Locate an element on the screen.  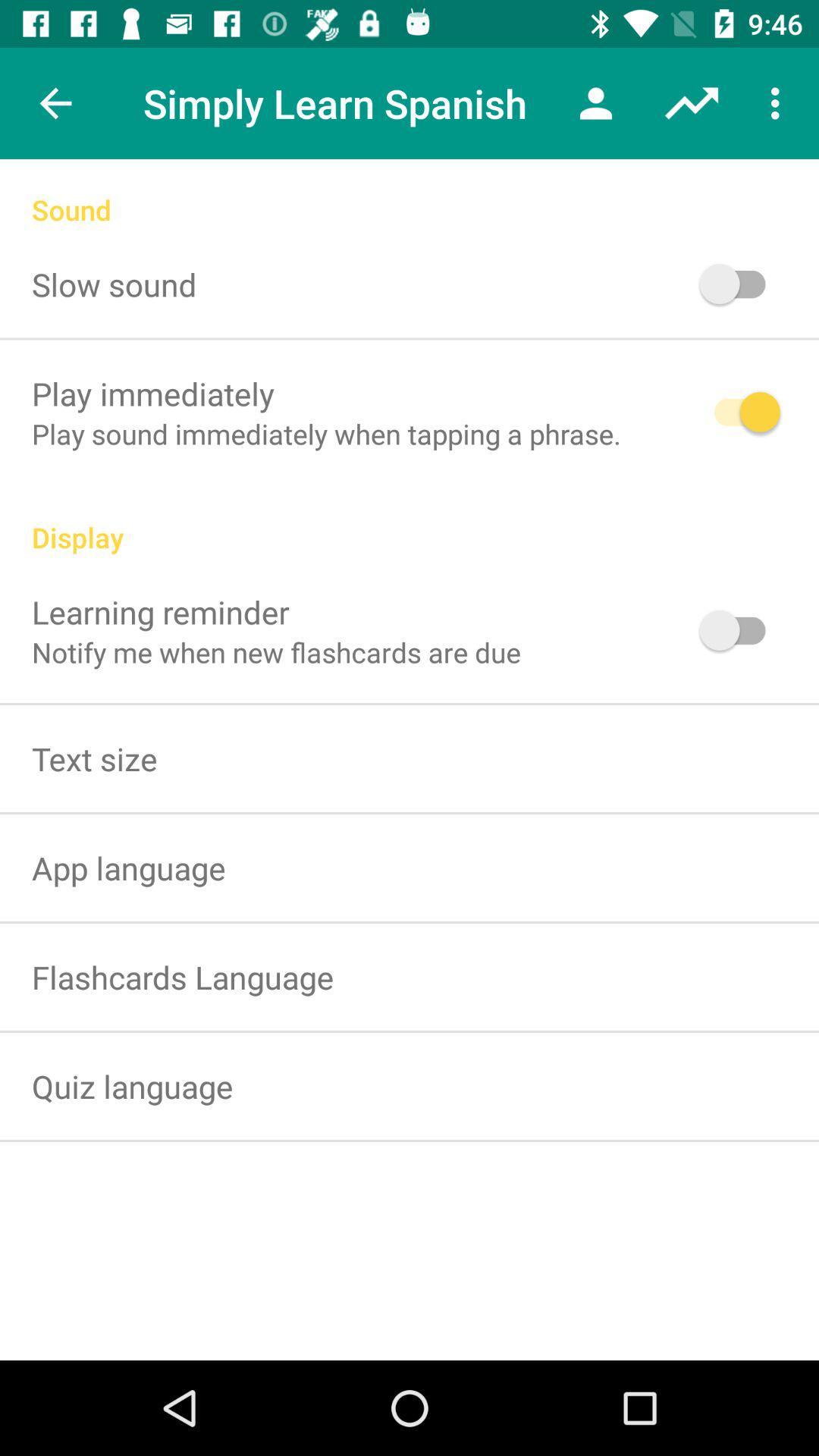
item above the sound icon is located at coordinates (779, 102).